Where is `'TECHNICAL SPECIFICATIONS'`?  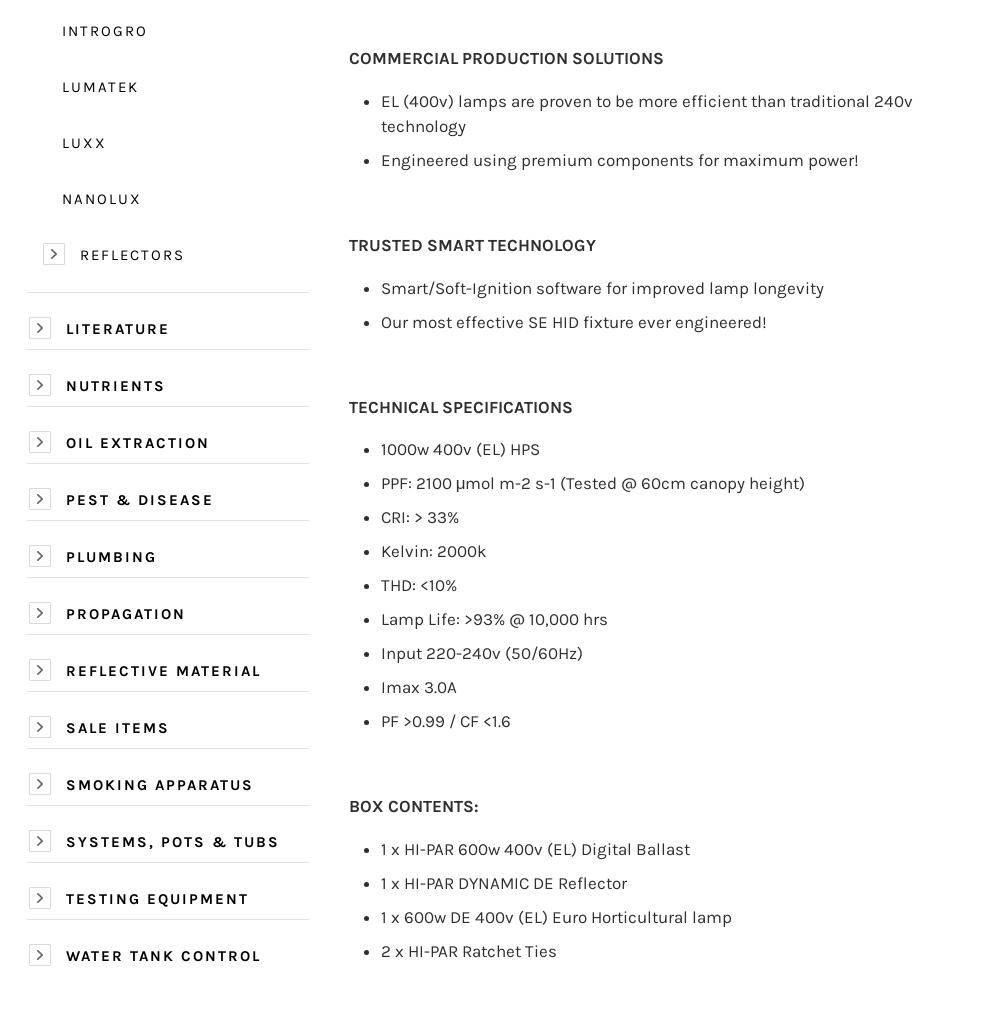 'TECHNICAL SPECIFICATIONS' is located at coordinates (462, 404).